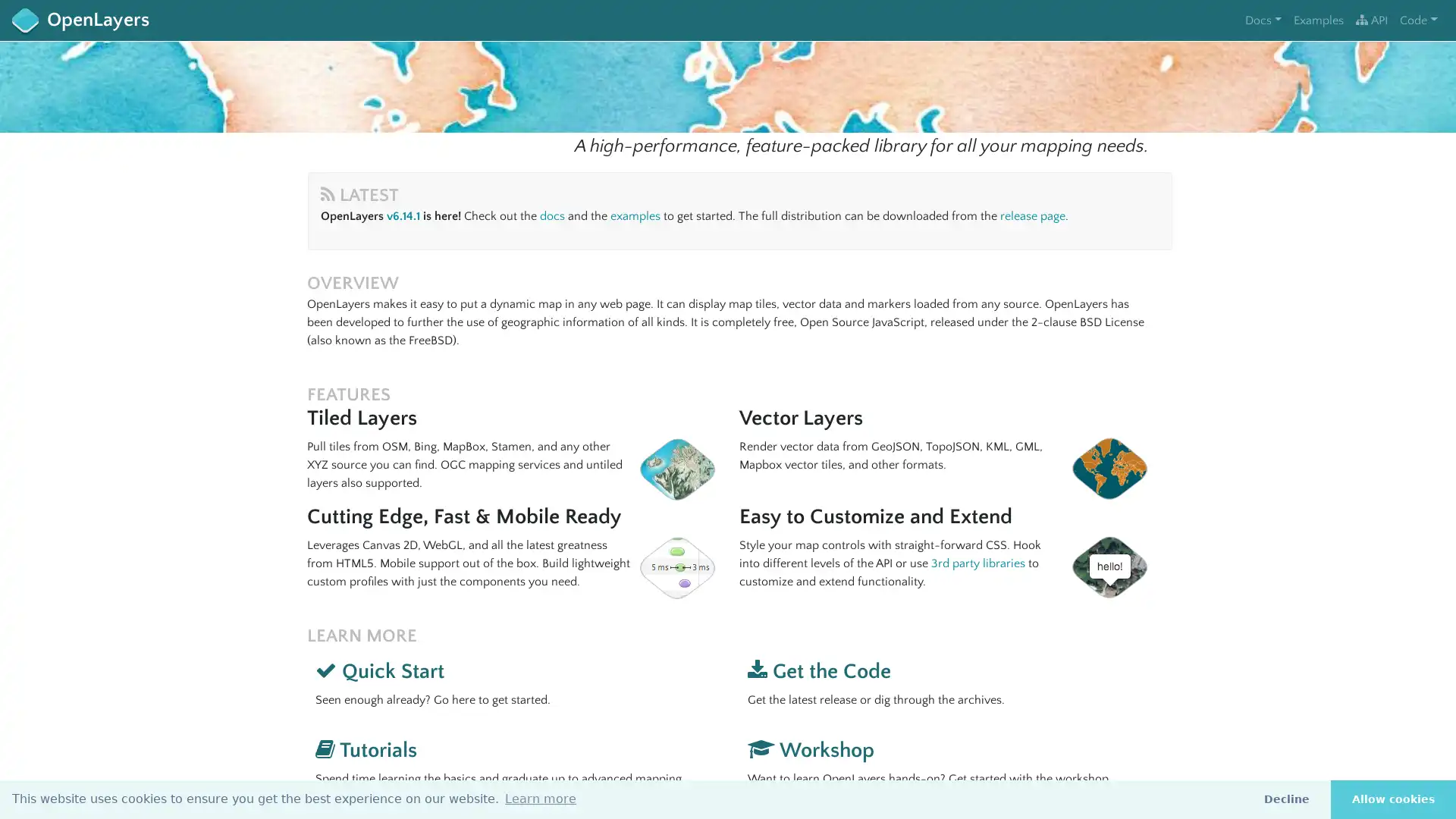  Describe the element at coordinates (17, 58) in the screenshot. I see `+` at that location.